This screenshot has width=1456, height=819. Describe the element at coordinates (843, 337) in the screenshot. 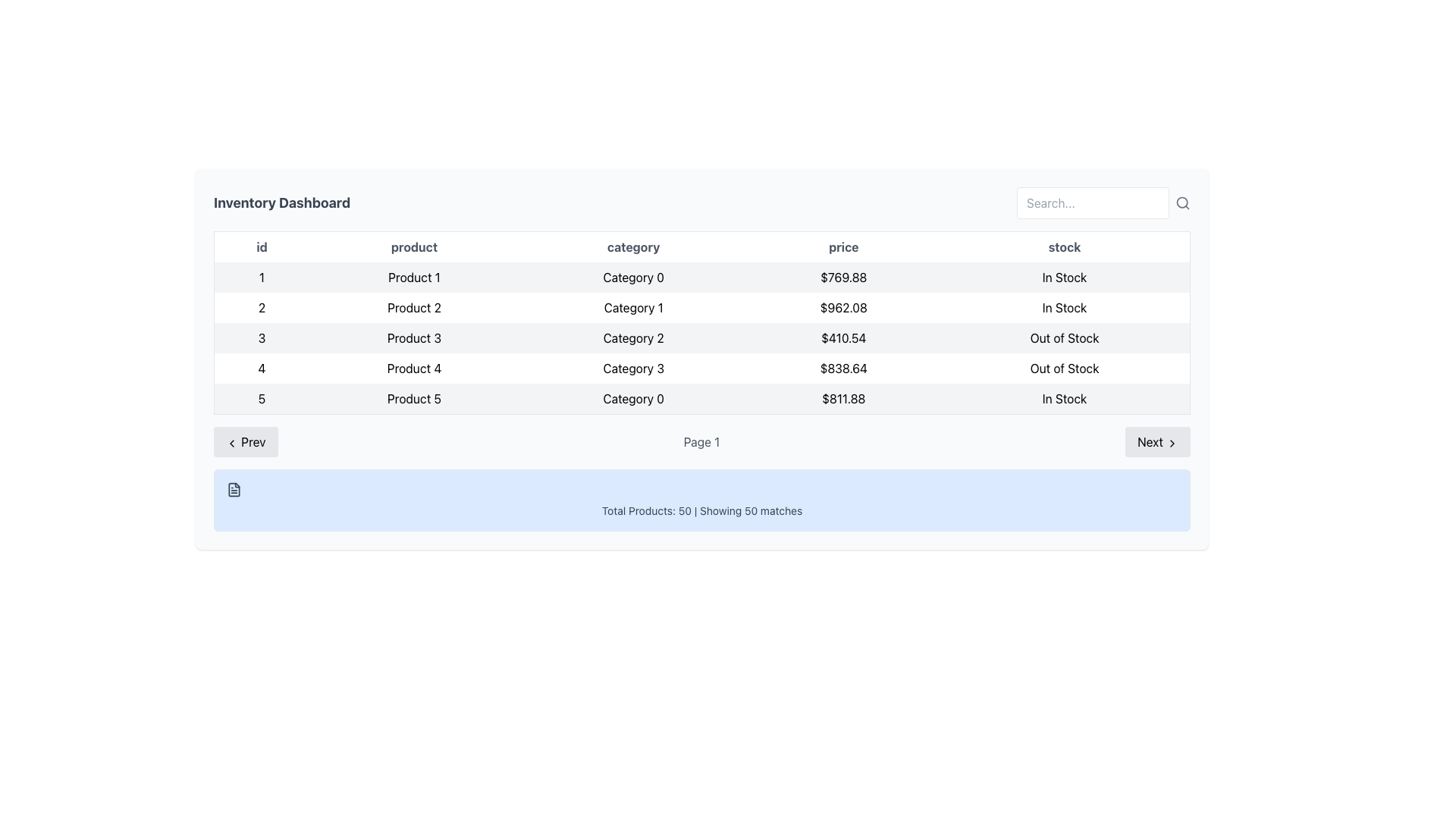

I see `the text display showing the value '$410.54' in the fourth column of the third row, which is under the 'price' header and corresponds to 'Product 3'` at that location.